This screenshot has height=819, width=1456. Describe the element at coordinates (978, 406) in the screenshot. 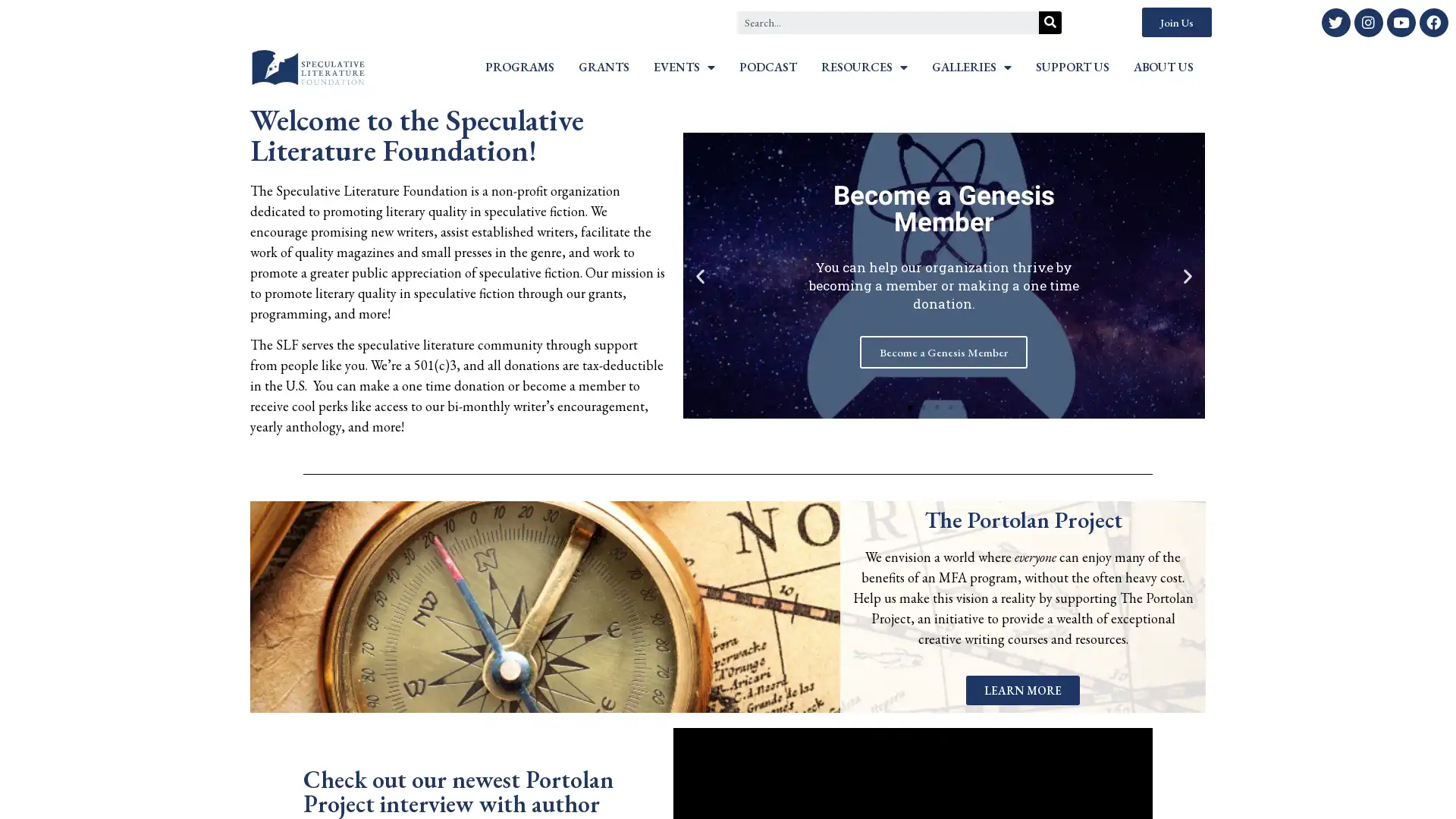

I see `Go to slide 6` at that location.